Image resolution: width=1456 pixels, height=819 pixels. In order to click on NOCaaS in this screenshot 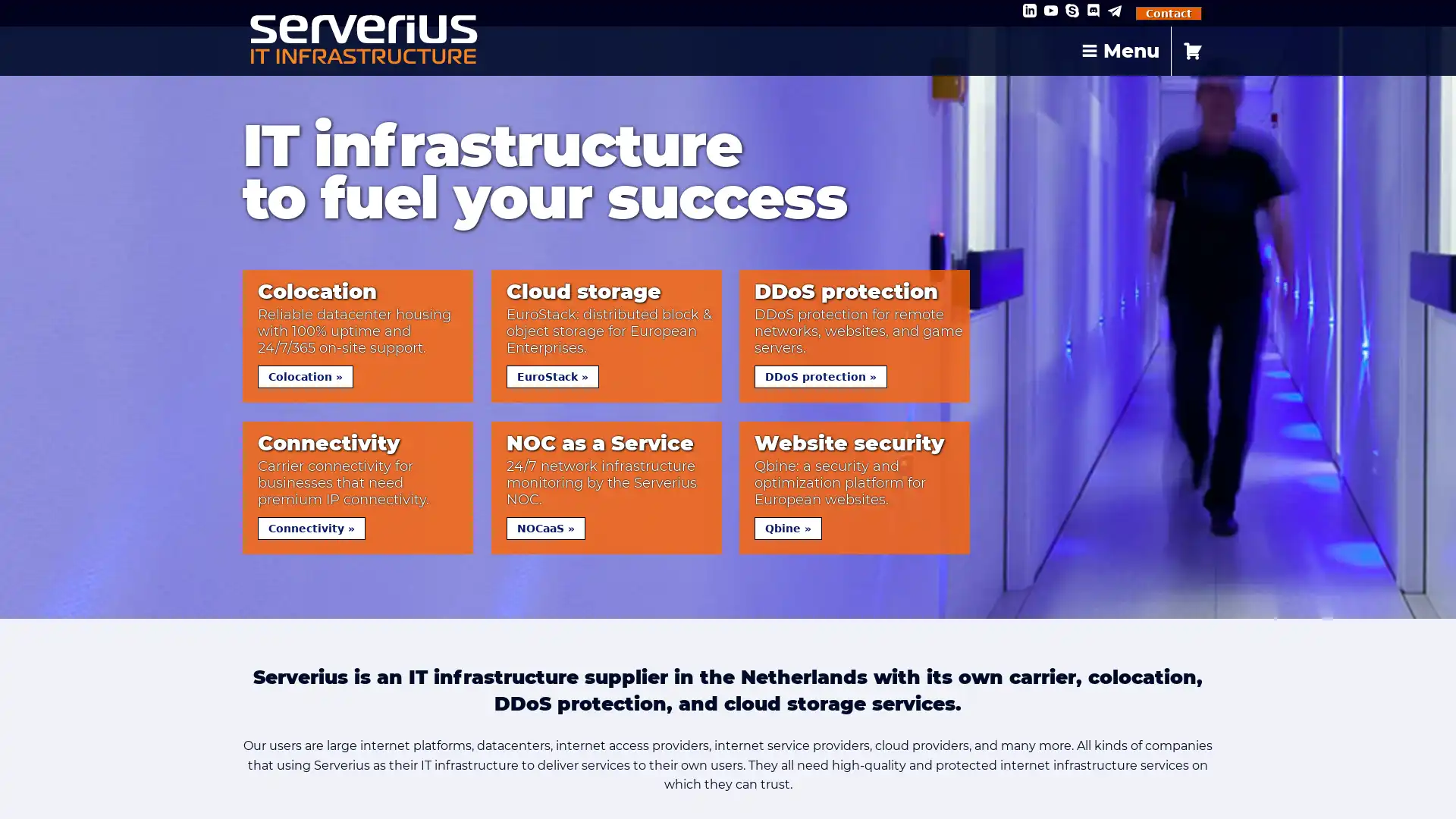, I will do `click(545, 526)`.